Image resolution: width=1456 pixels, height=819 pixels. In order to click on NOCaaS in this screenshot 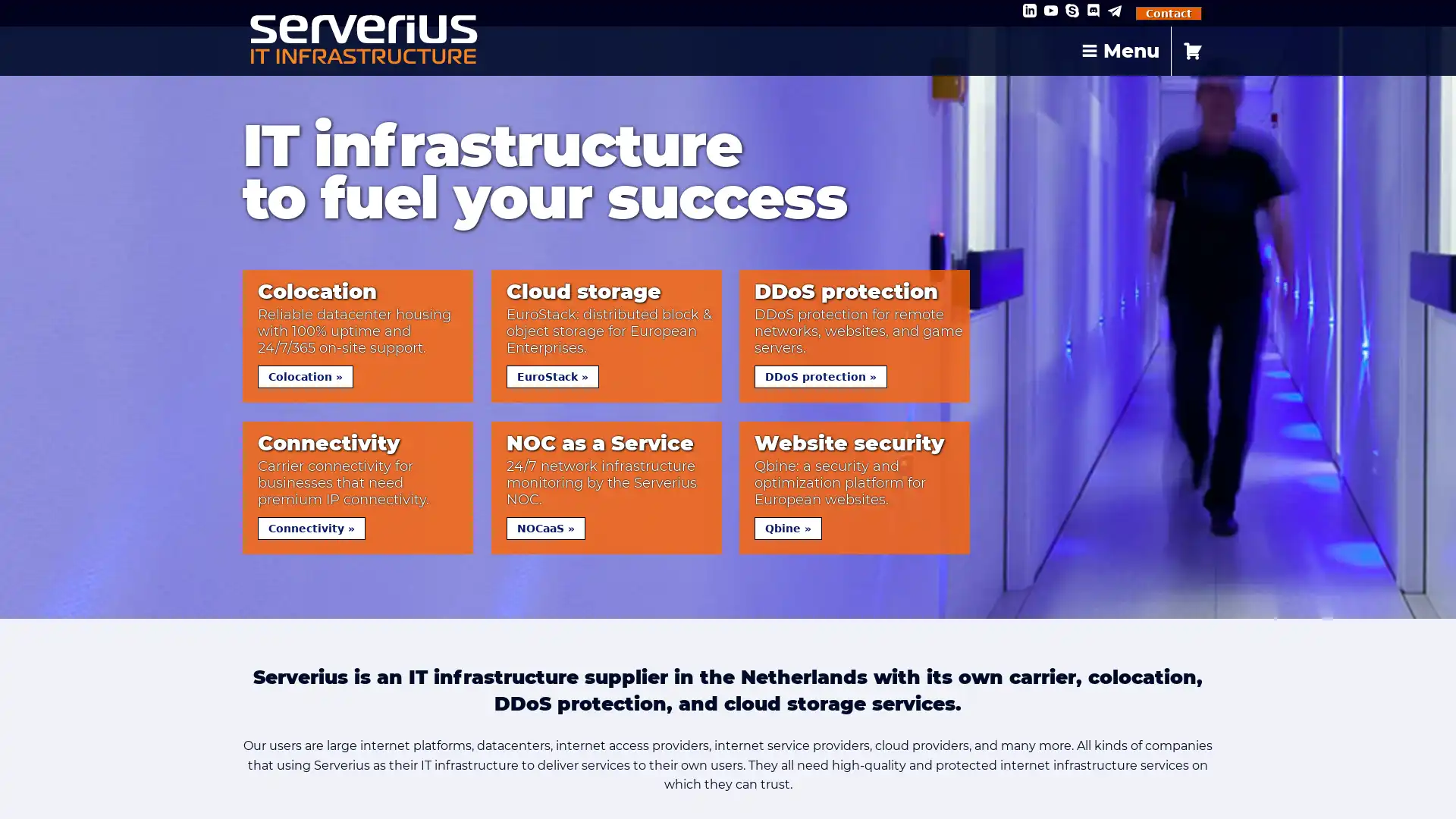, I will do `click(545, 526)`.